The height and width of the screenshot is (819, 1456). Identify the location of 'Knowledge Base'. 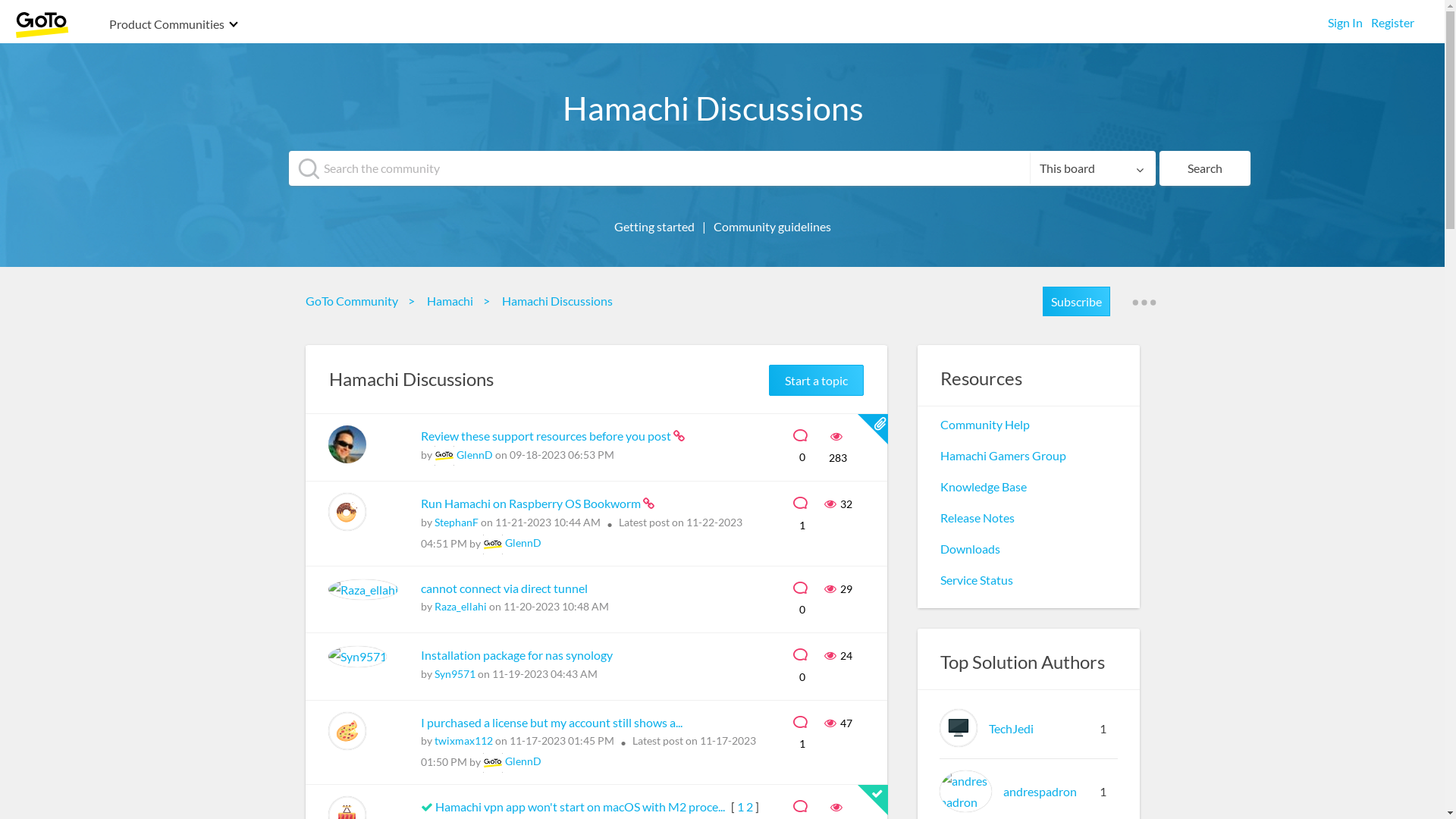
(983, 486).